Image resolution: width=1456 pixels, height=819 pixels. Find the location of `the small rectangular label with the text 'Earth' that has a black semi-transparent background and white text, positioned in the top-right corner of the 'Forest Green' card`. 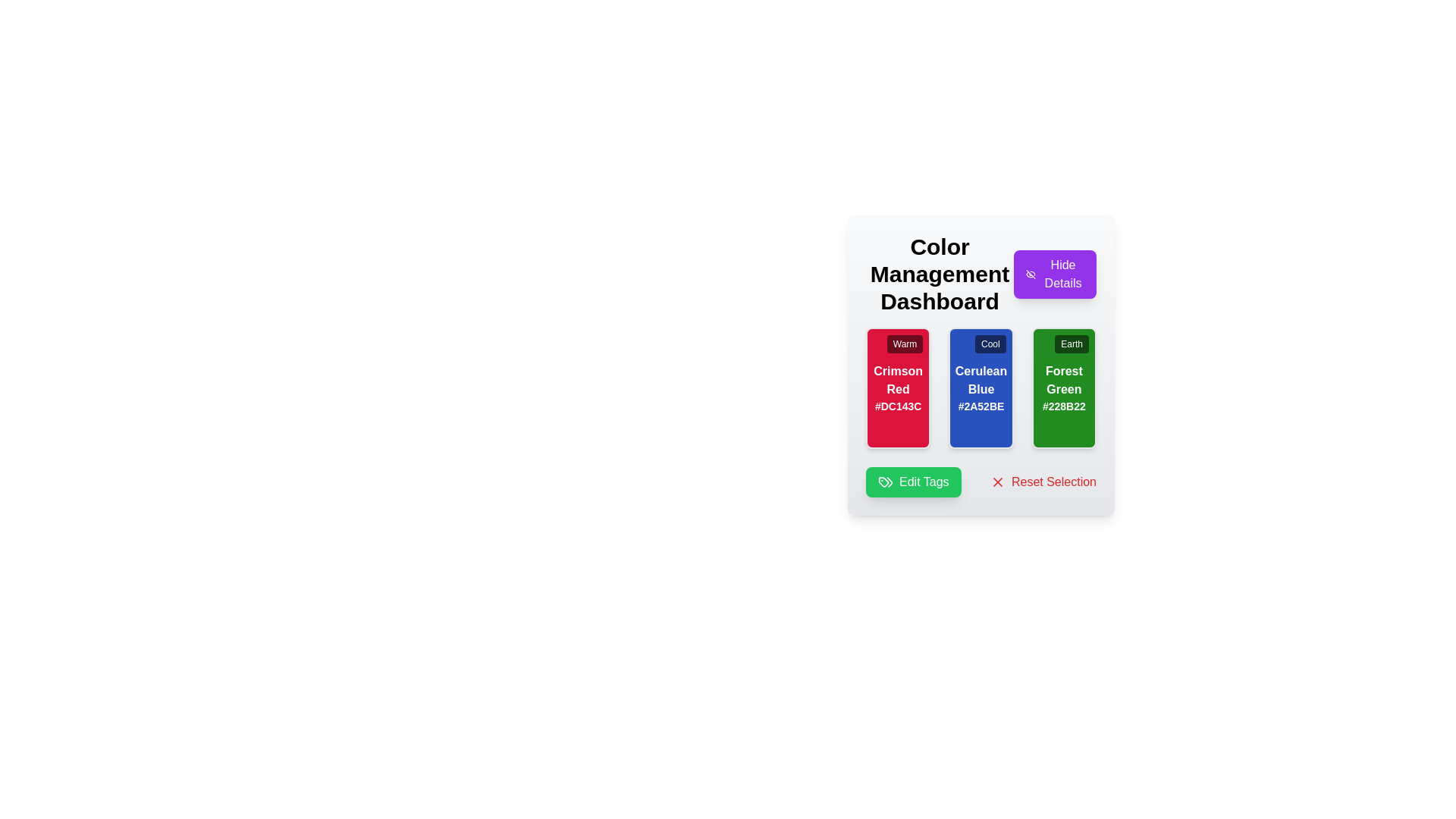

the small rectangular label with the text 'Earth' that has a black semi-transparent background and white text, positioned in the top-right corner of the 'Forest Green' card is located at coordinates (1071, 344).